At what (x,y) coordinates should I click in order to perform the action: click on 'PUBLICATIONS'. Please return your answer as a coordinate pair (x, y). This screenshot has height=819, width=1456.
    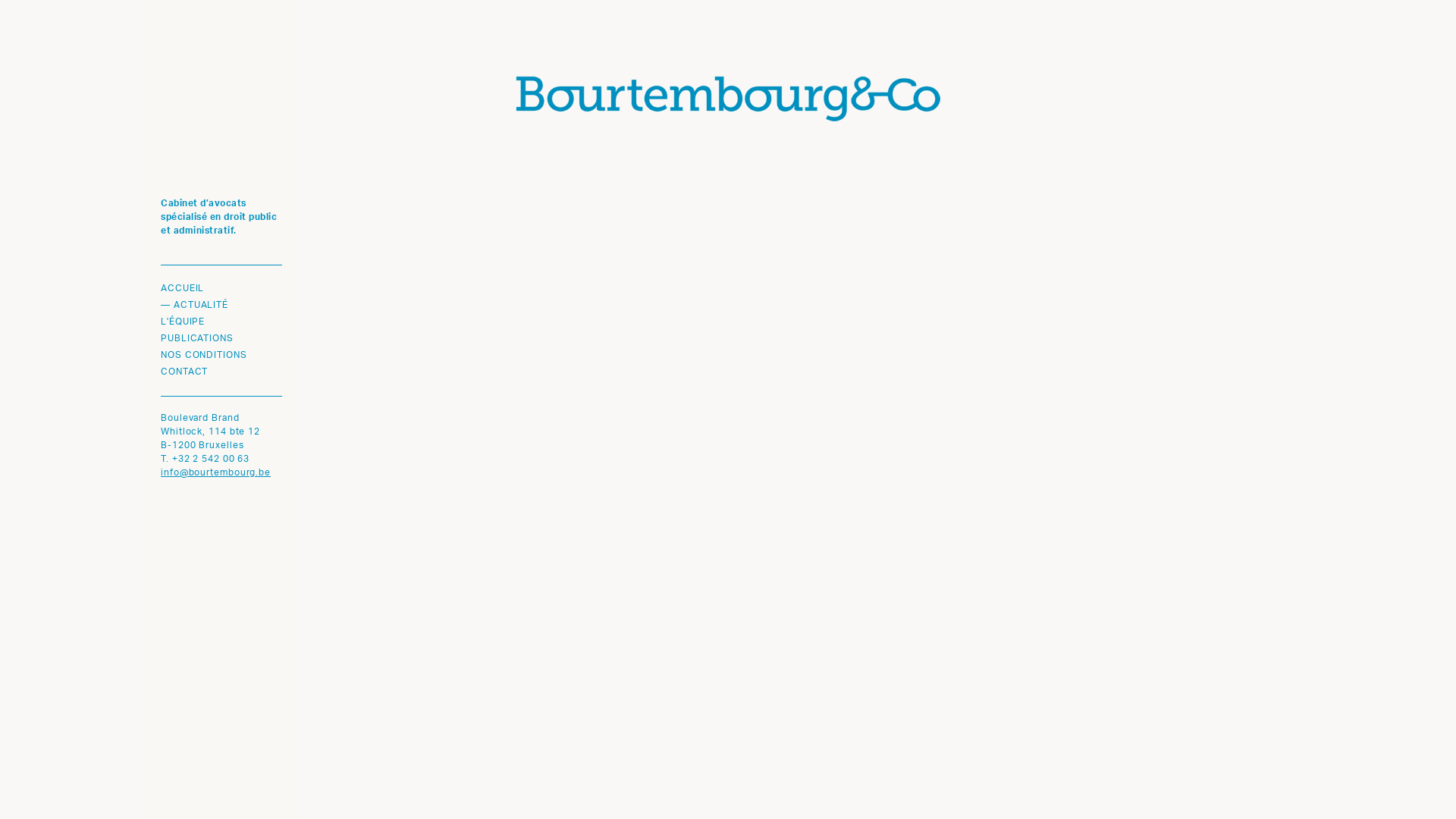
    Looking at the image, I should click on (221, 338).